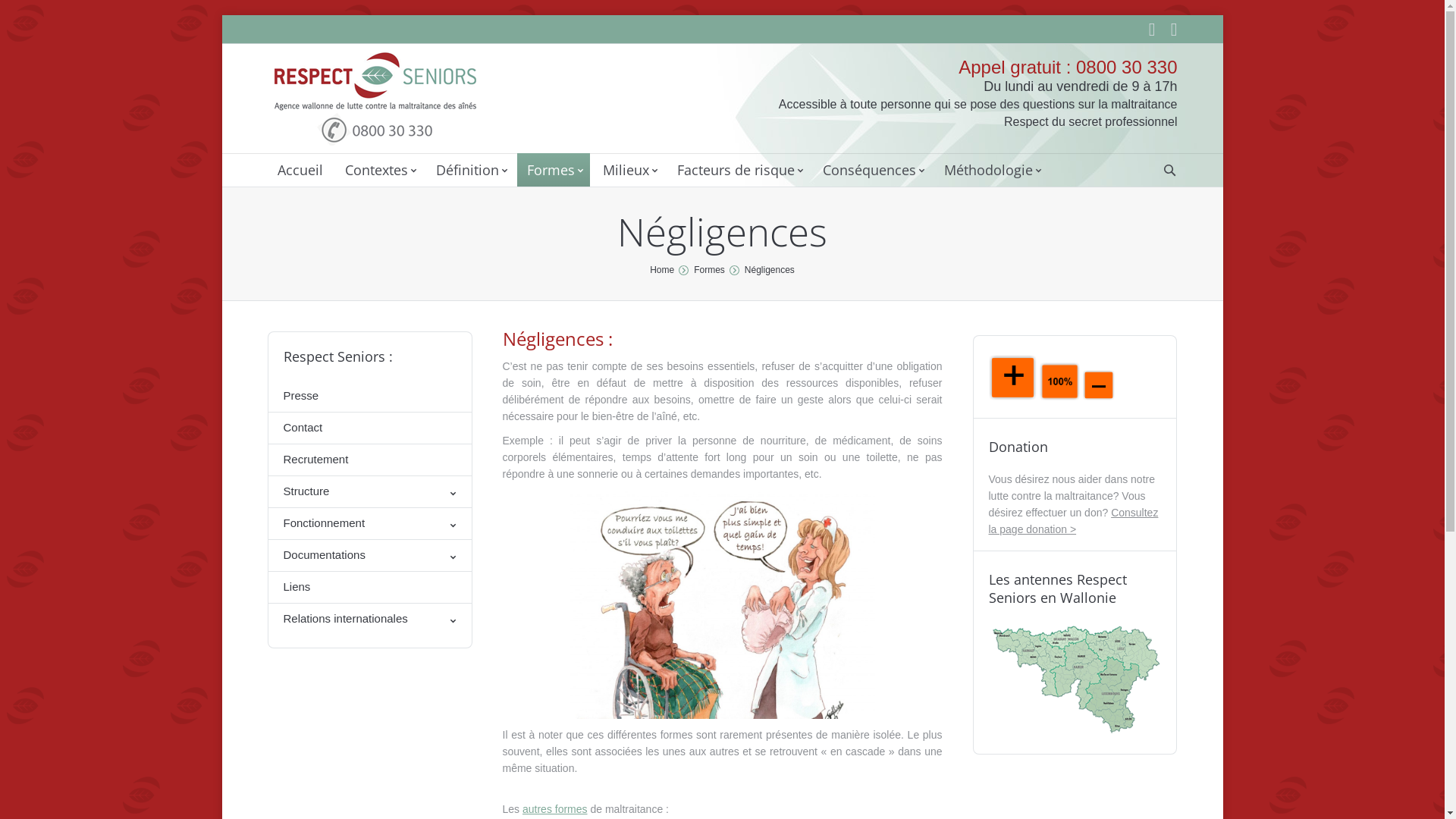 This screenshot has height=819, width=1456. What do you see at coordinates (667, 169) in the screenshot?
I see `'Facteurs de risque'` at bounding box center [667, 169].